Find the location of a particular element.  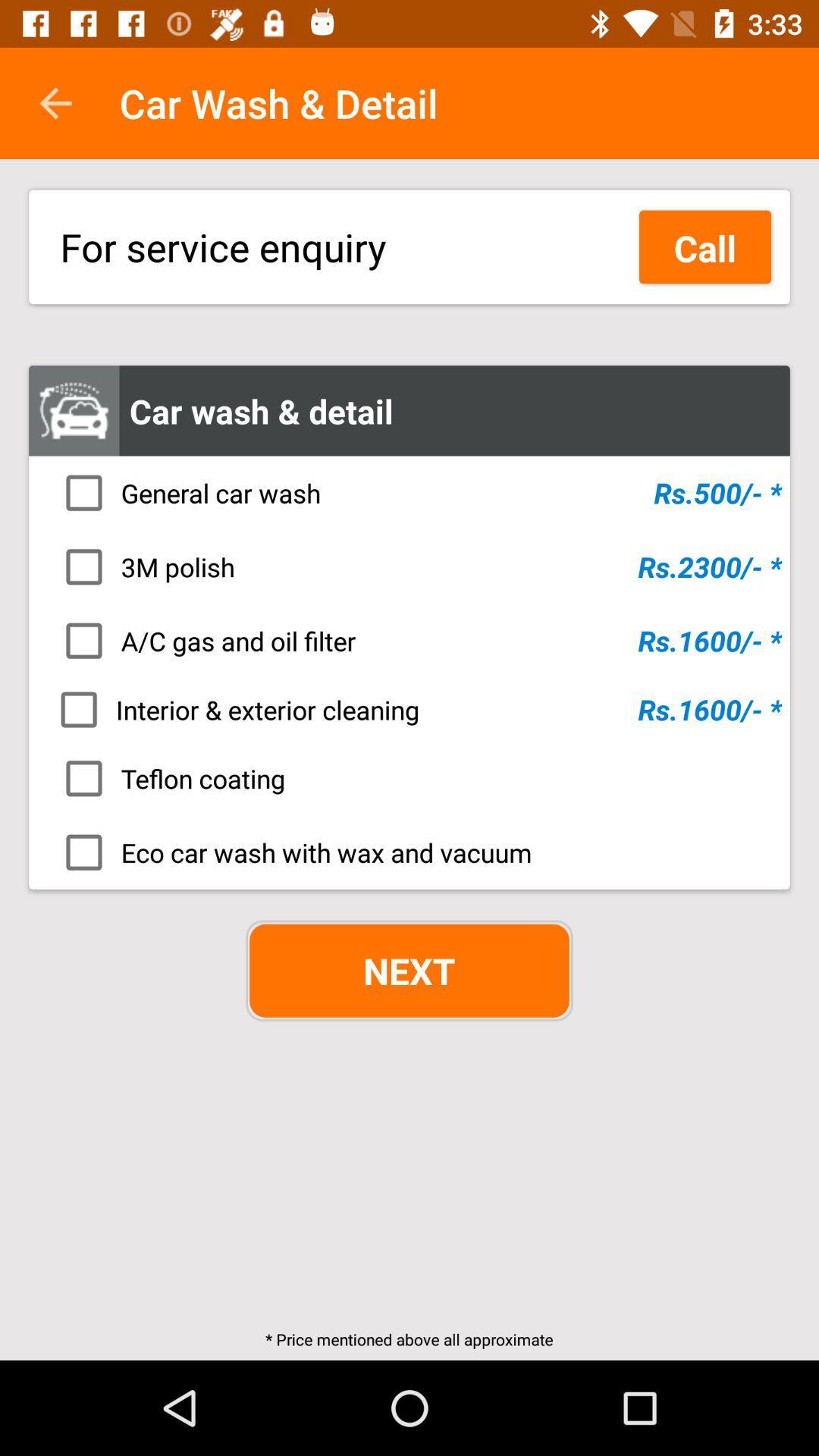

the item below eco car wash is located at coordinates (409, 971).